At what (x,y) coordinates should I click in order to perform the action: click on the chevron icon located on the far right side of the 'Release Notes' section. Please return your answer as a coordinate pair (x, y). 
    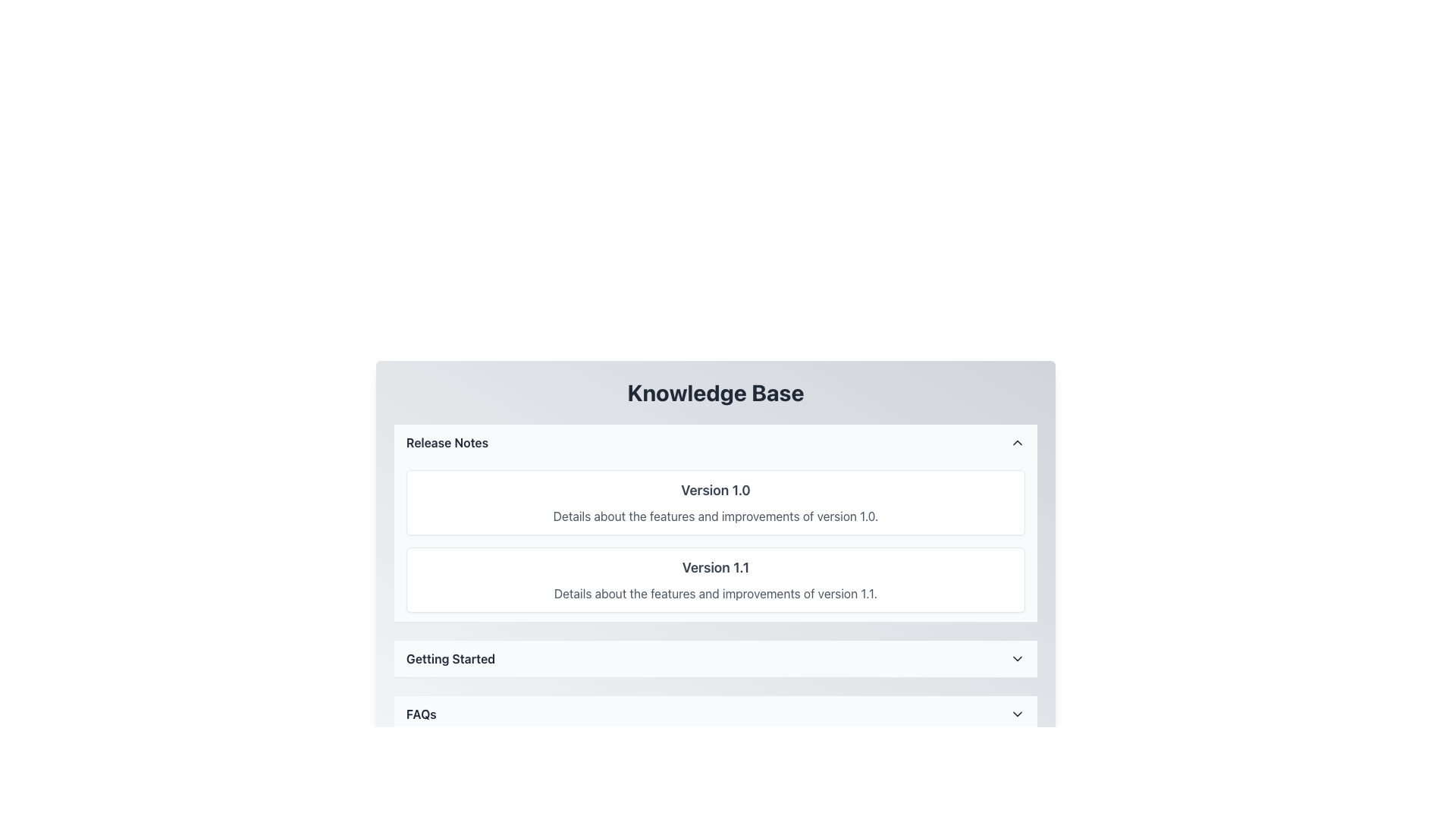
    Looking at the image, I should click on (1018, 442).